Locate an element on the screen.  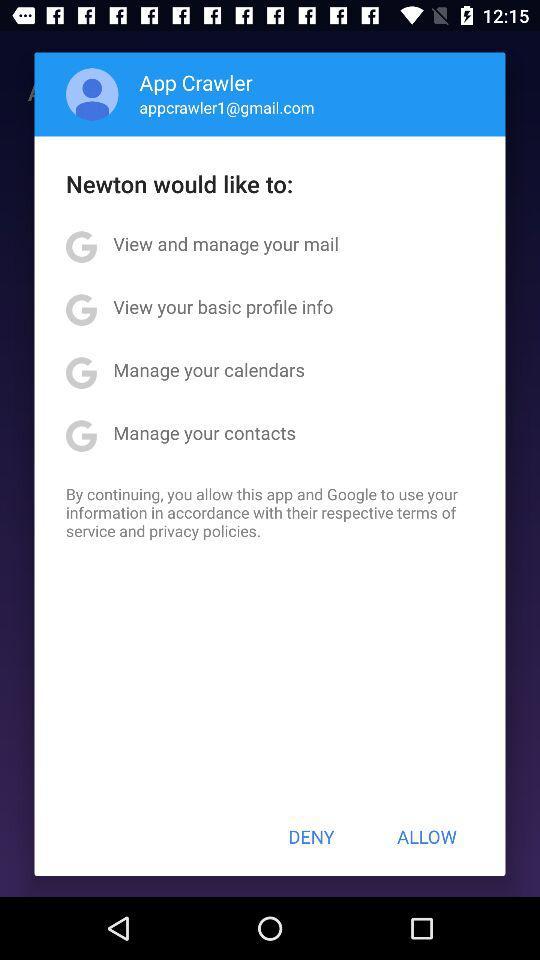
icon below by continuing you app is located at coordinates (311, 836).